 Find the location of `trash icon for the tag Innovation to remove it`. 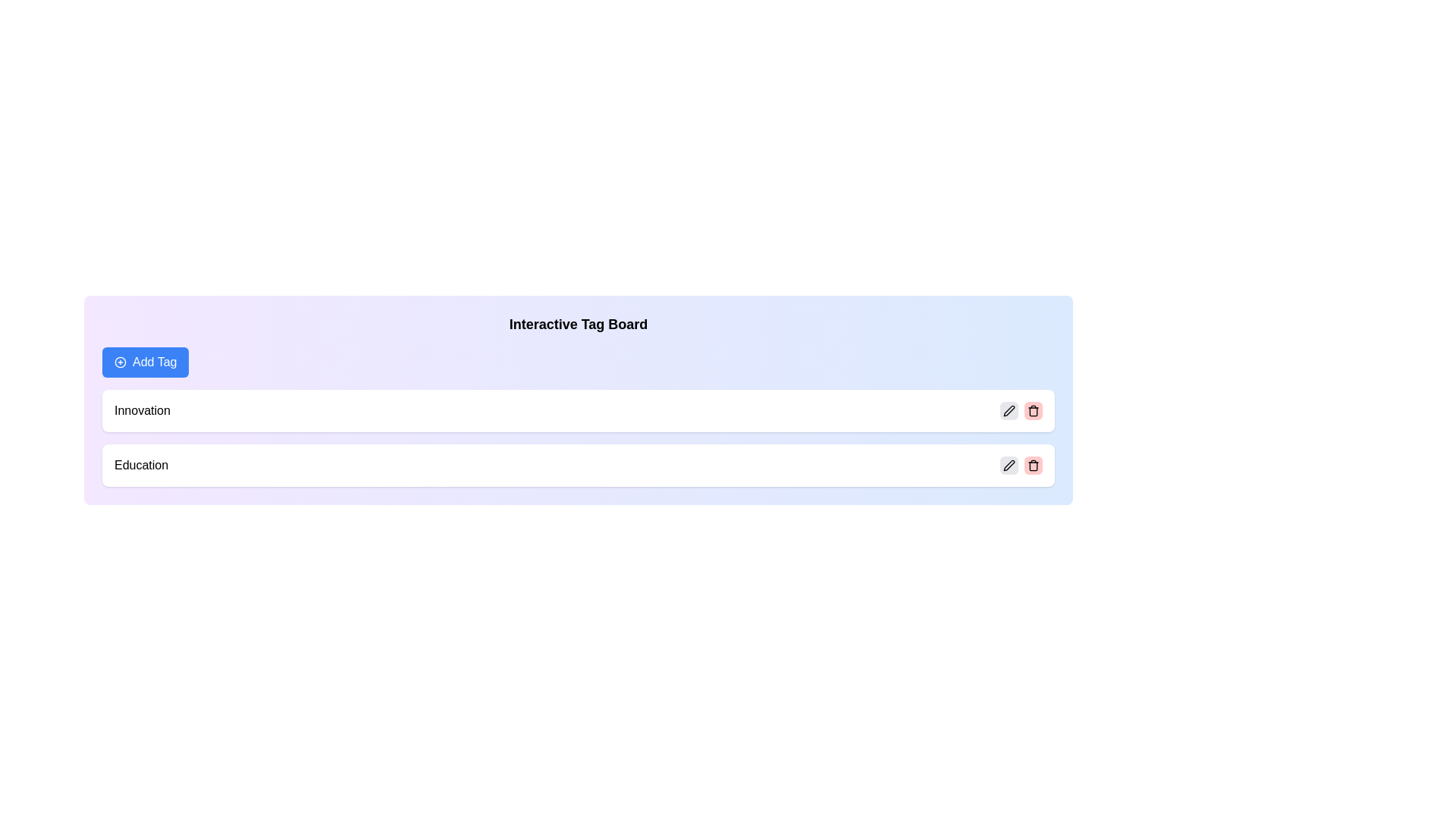

trash icon for the tag Innovation to remove it is located at coordinates (1033, 411).